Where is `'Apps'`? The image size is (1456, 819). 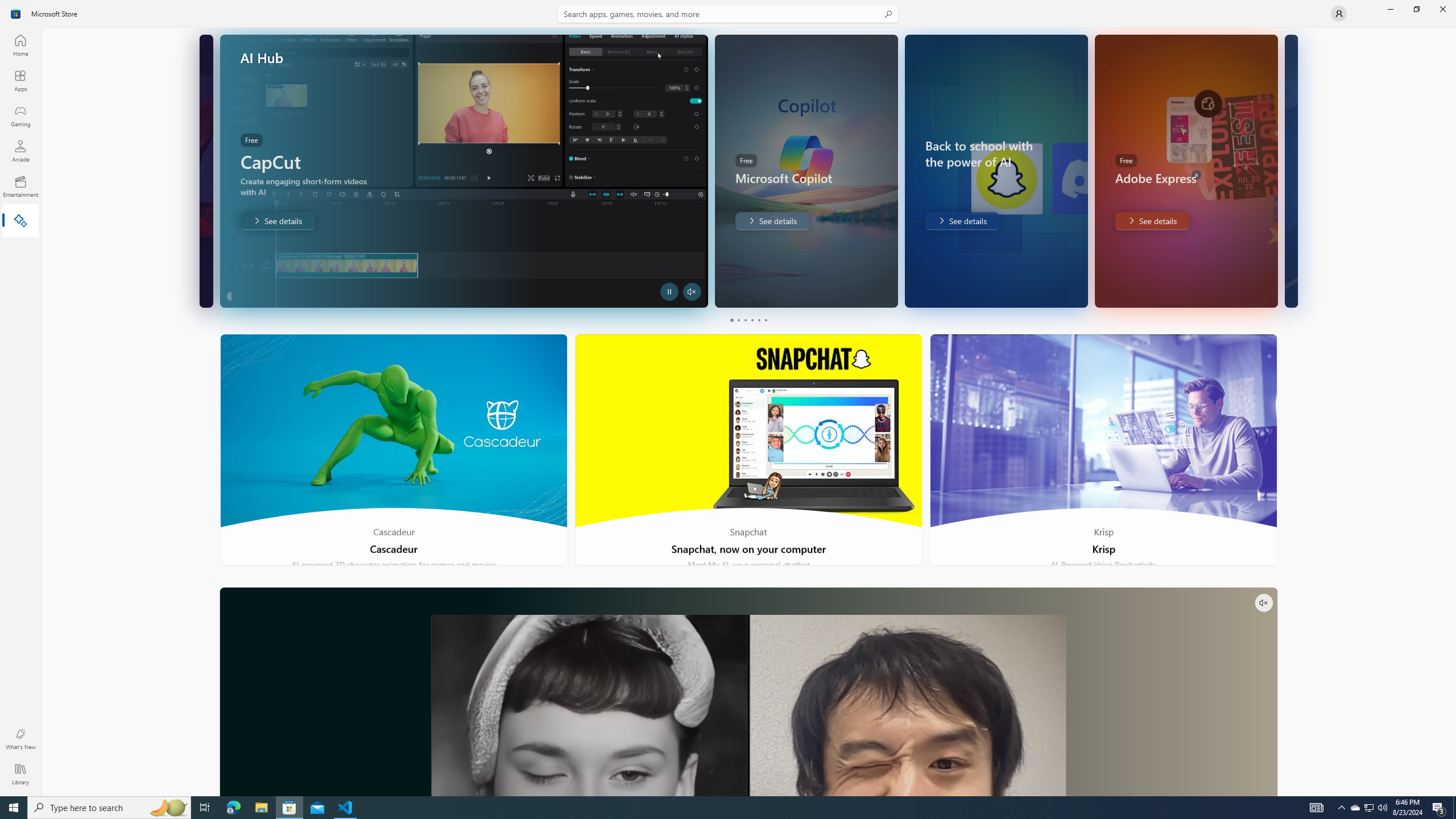 'Apps' is located at coordinates (19, 80).